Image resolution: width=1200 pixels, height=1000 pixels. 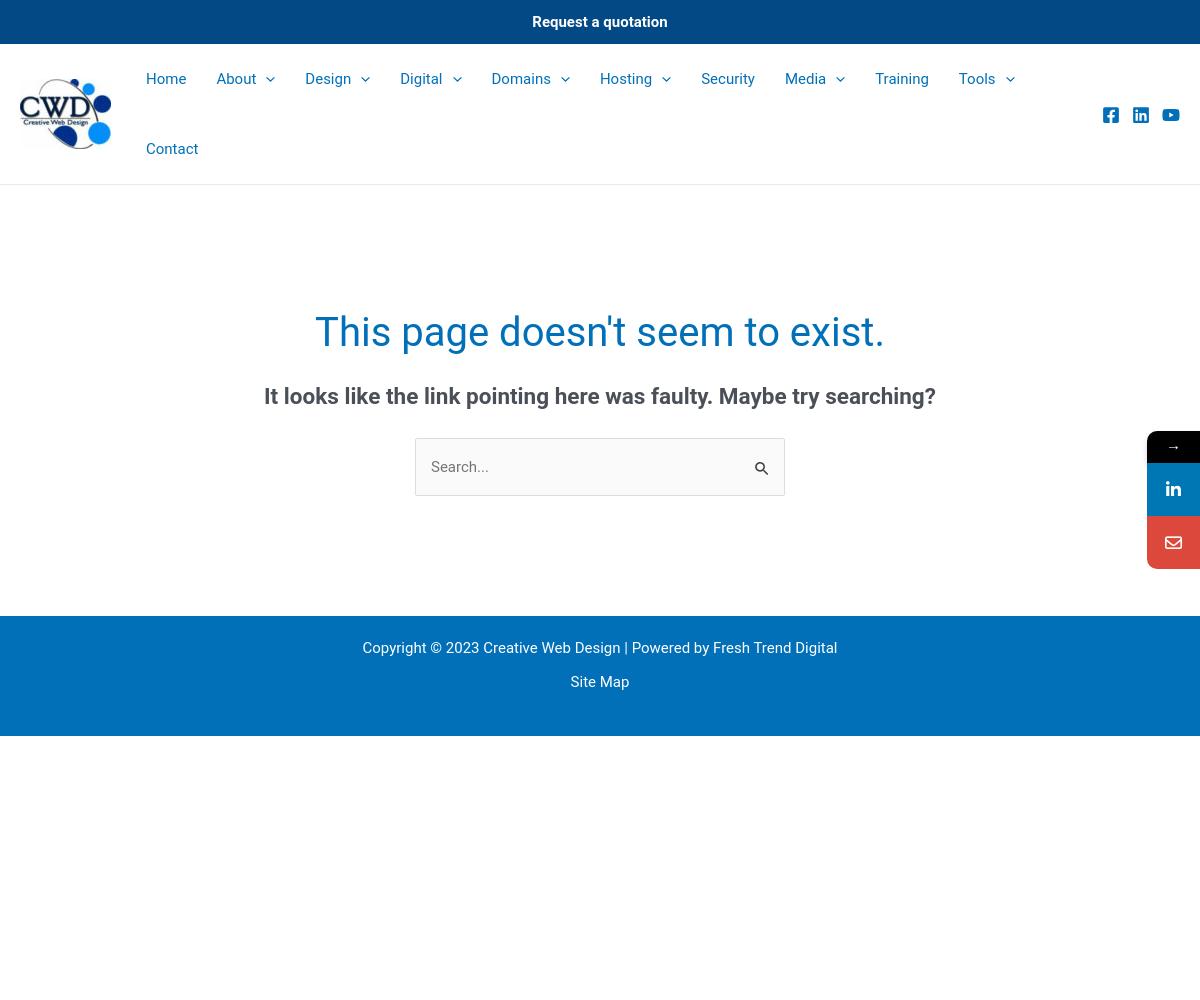 What do you see at coordinates (536, 647) in the screenshot?
I see `'Copyright © 2023 Creative Web Design | Powered by'` at bounding box center [536, 647].